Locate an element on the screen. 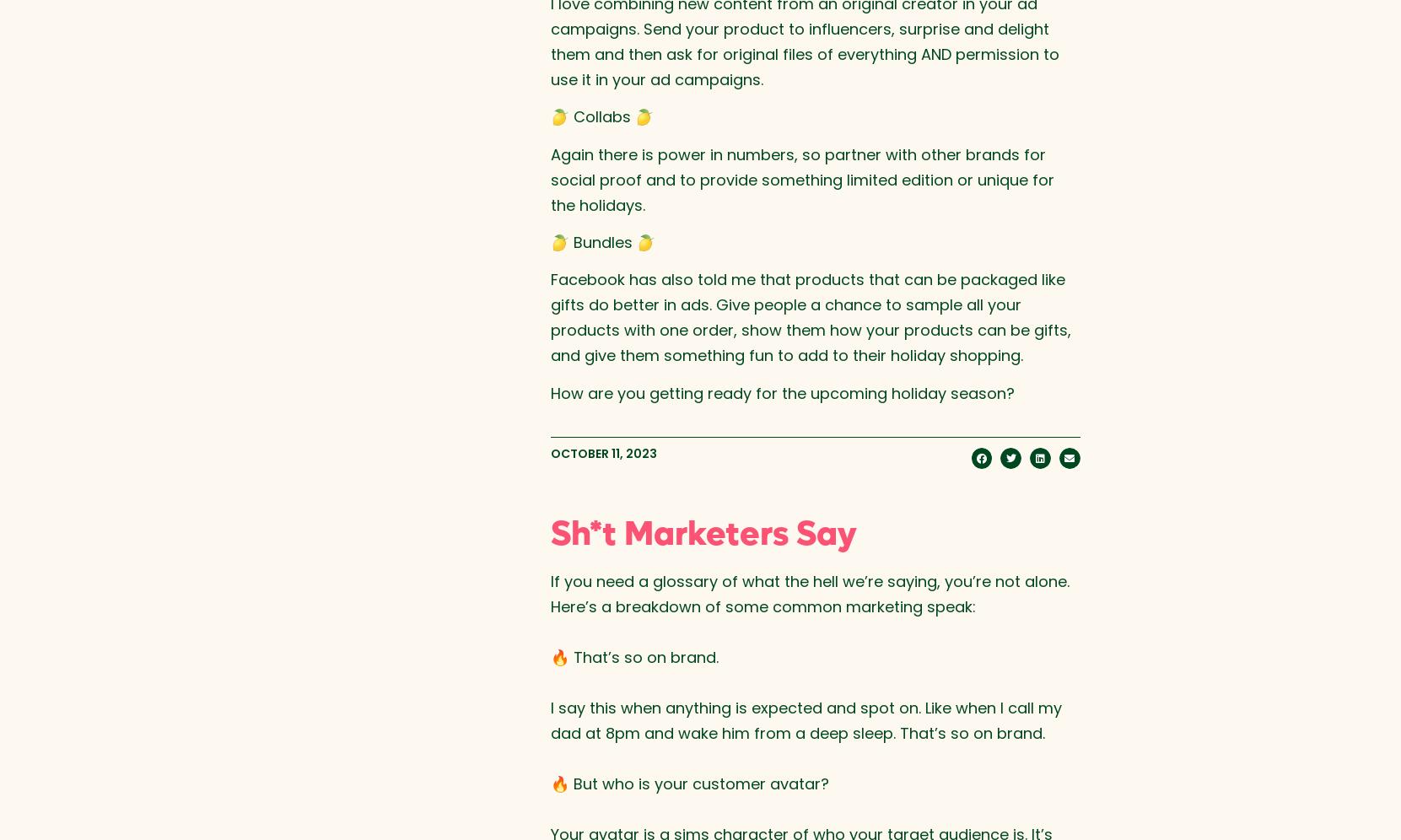 The image size is (1401, 840). 'October 11, 2023' is located at coordinates (549, 454).